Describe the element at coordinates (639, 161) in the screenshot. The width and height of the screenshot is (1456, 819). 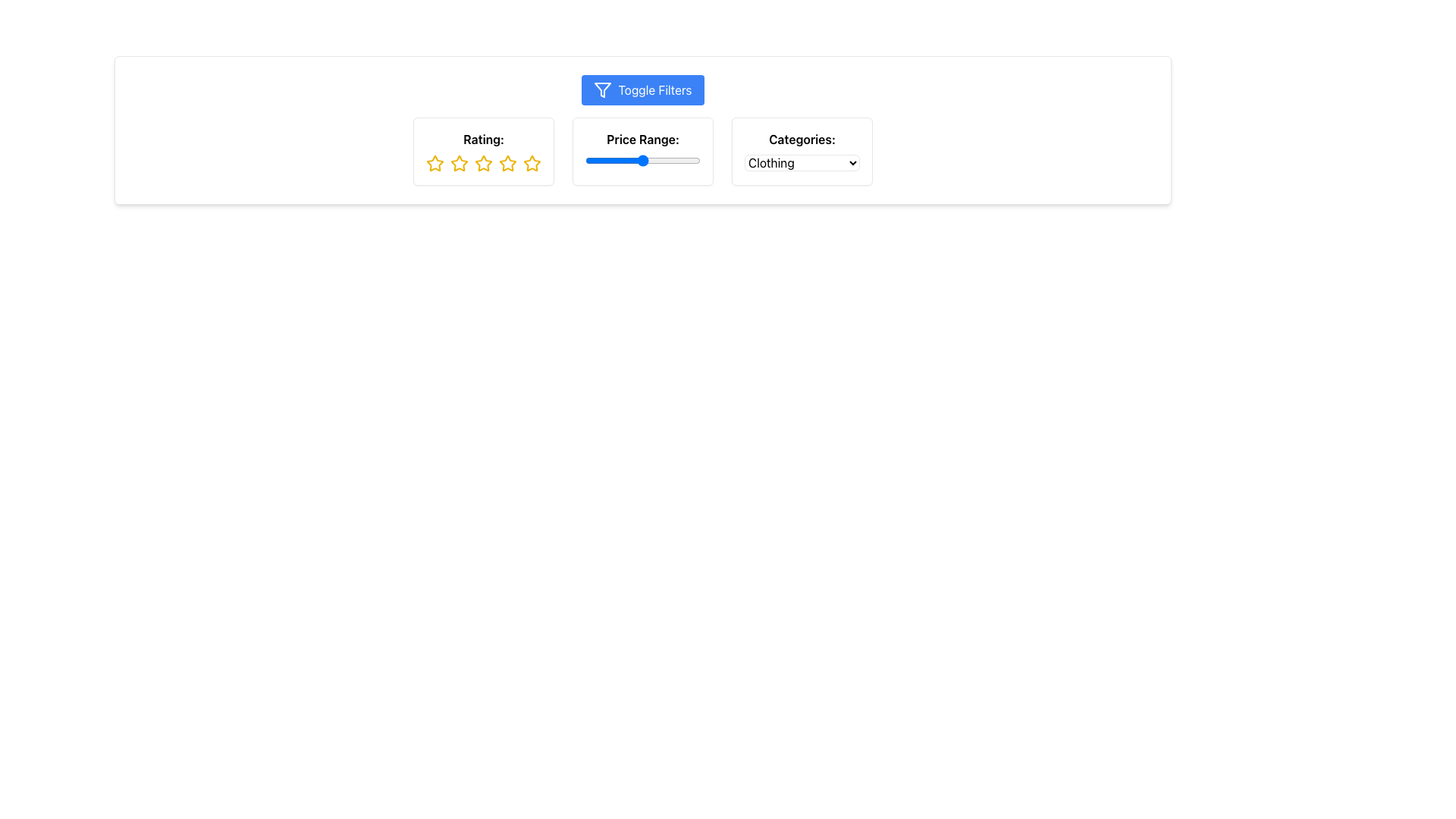
I see `the price range slider` at that location.